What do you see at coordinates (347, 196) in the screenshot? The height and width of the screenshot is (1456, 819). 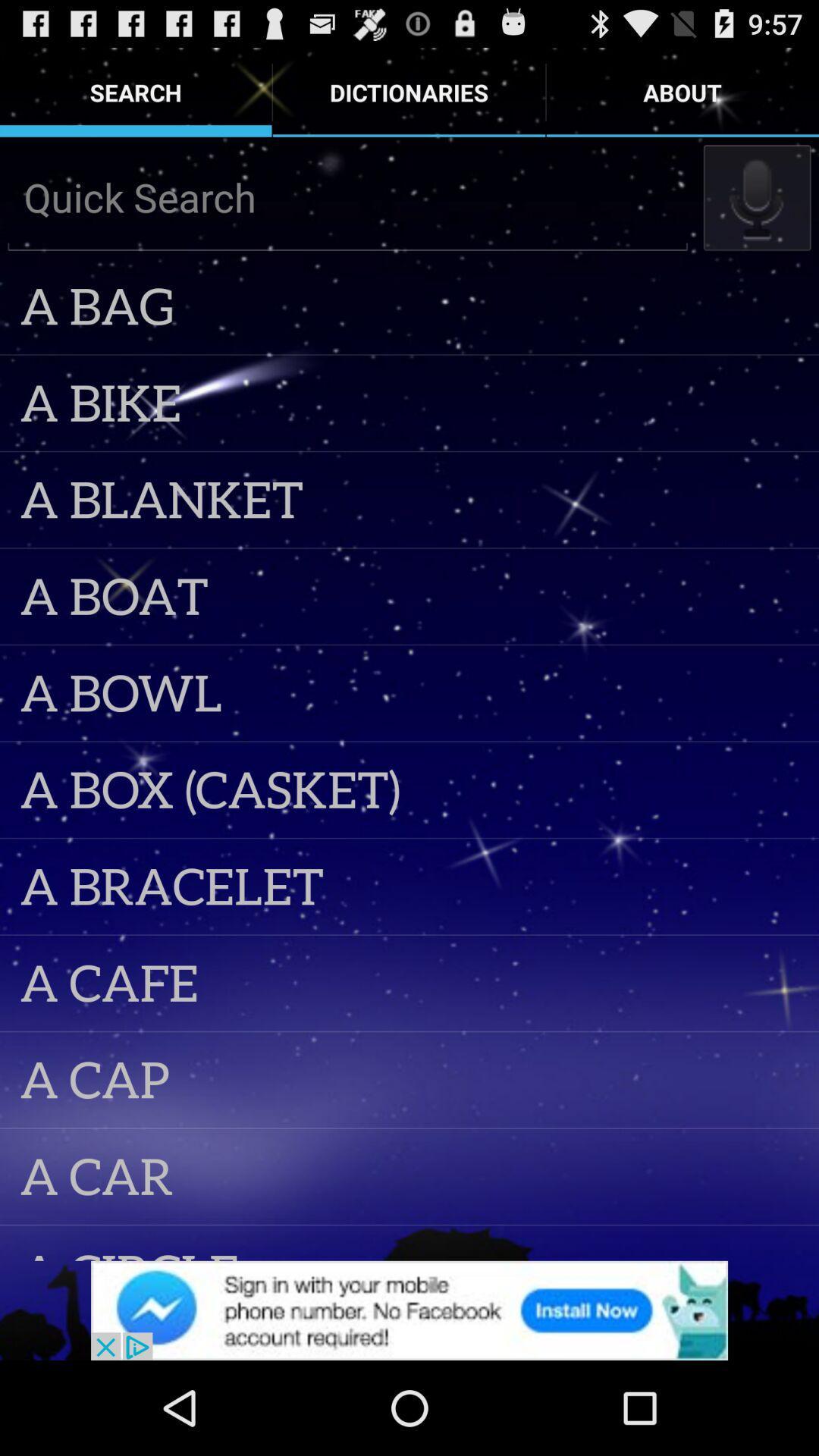 I see `quick search` at bounding box center [347, 196].